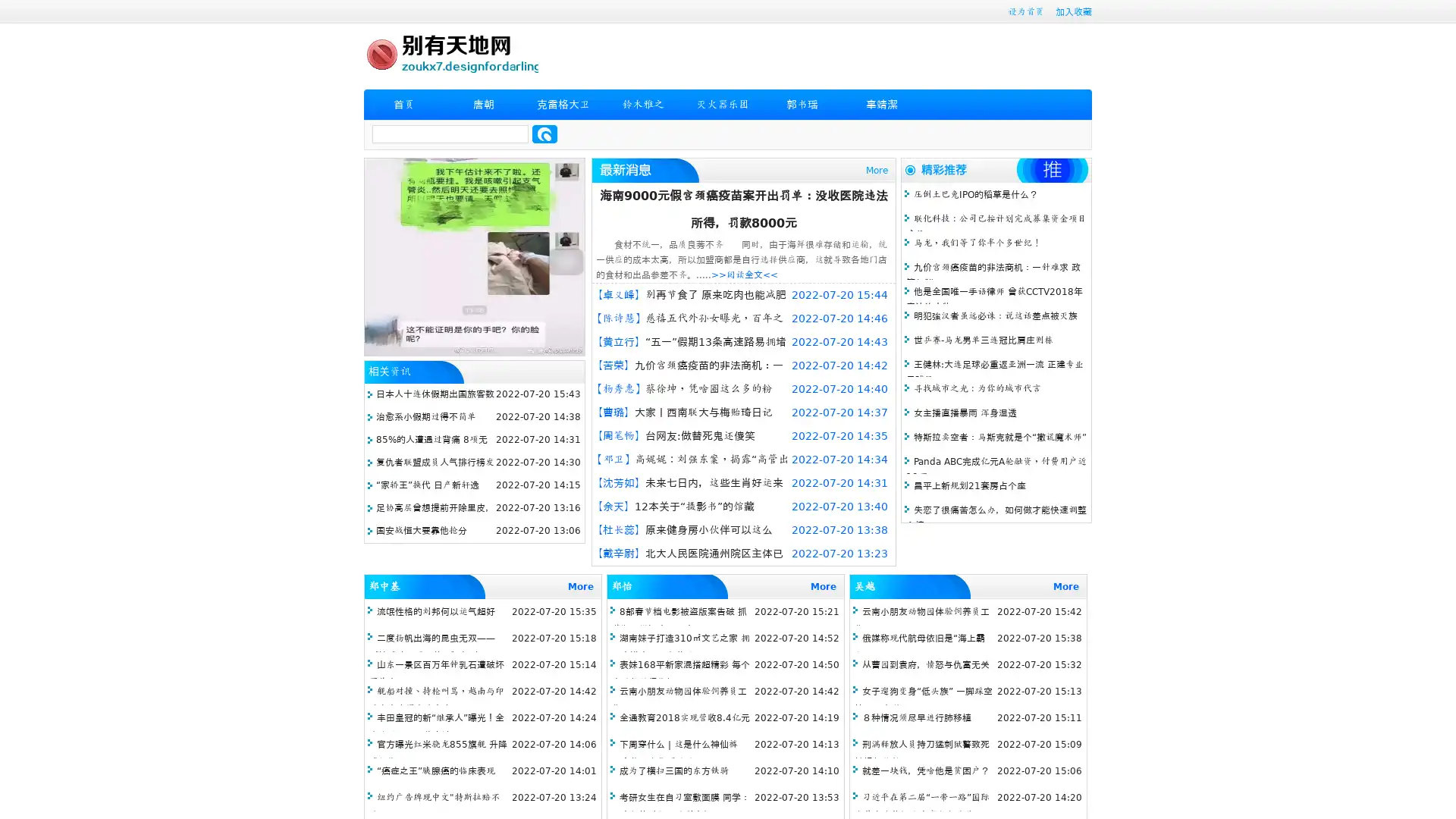  I want to click on Search, so click(544, 133).